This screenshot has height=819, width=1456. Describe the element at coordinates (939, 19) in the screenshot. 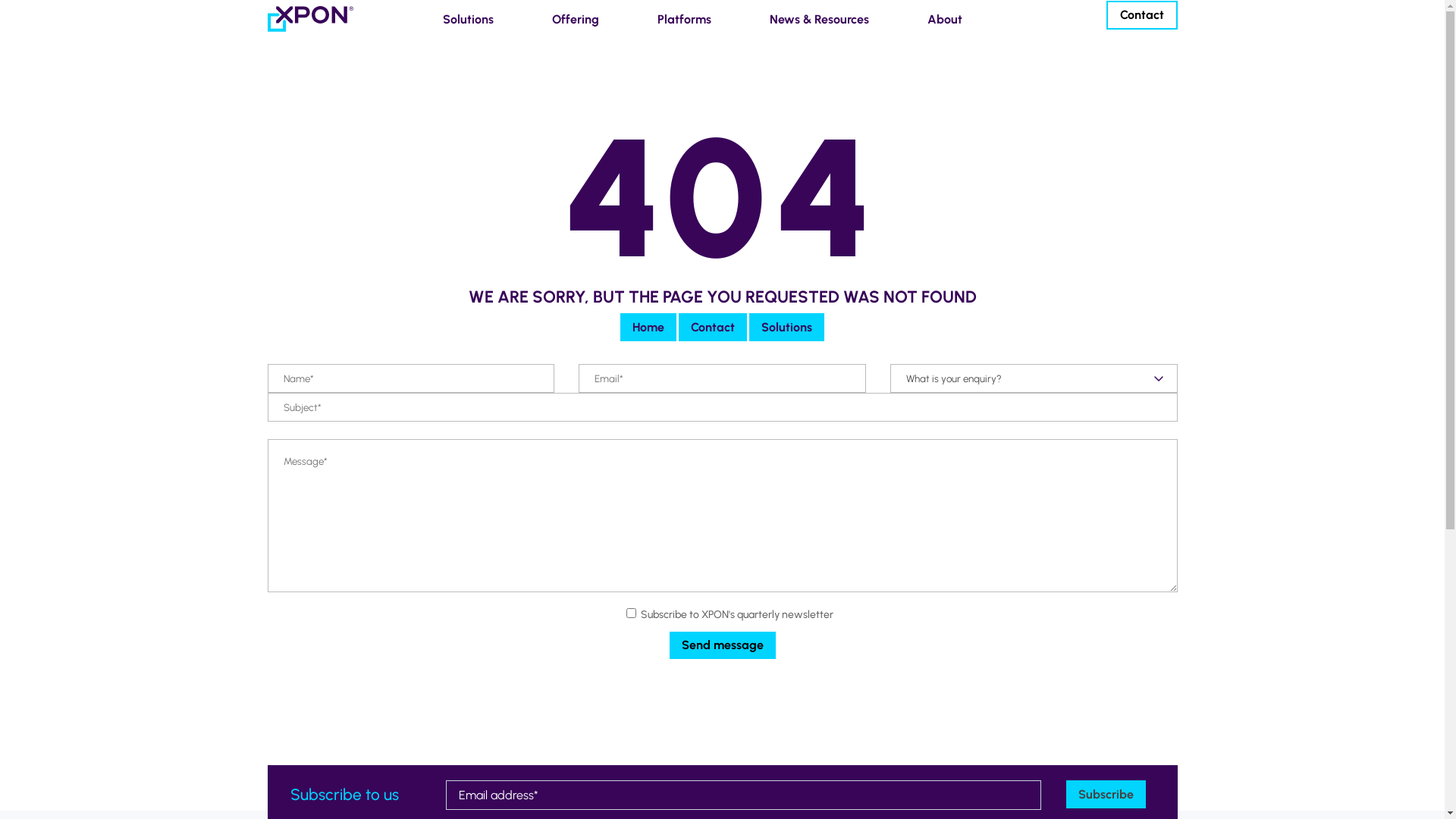

I see `'About'` at that location.